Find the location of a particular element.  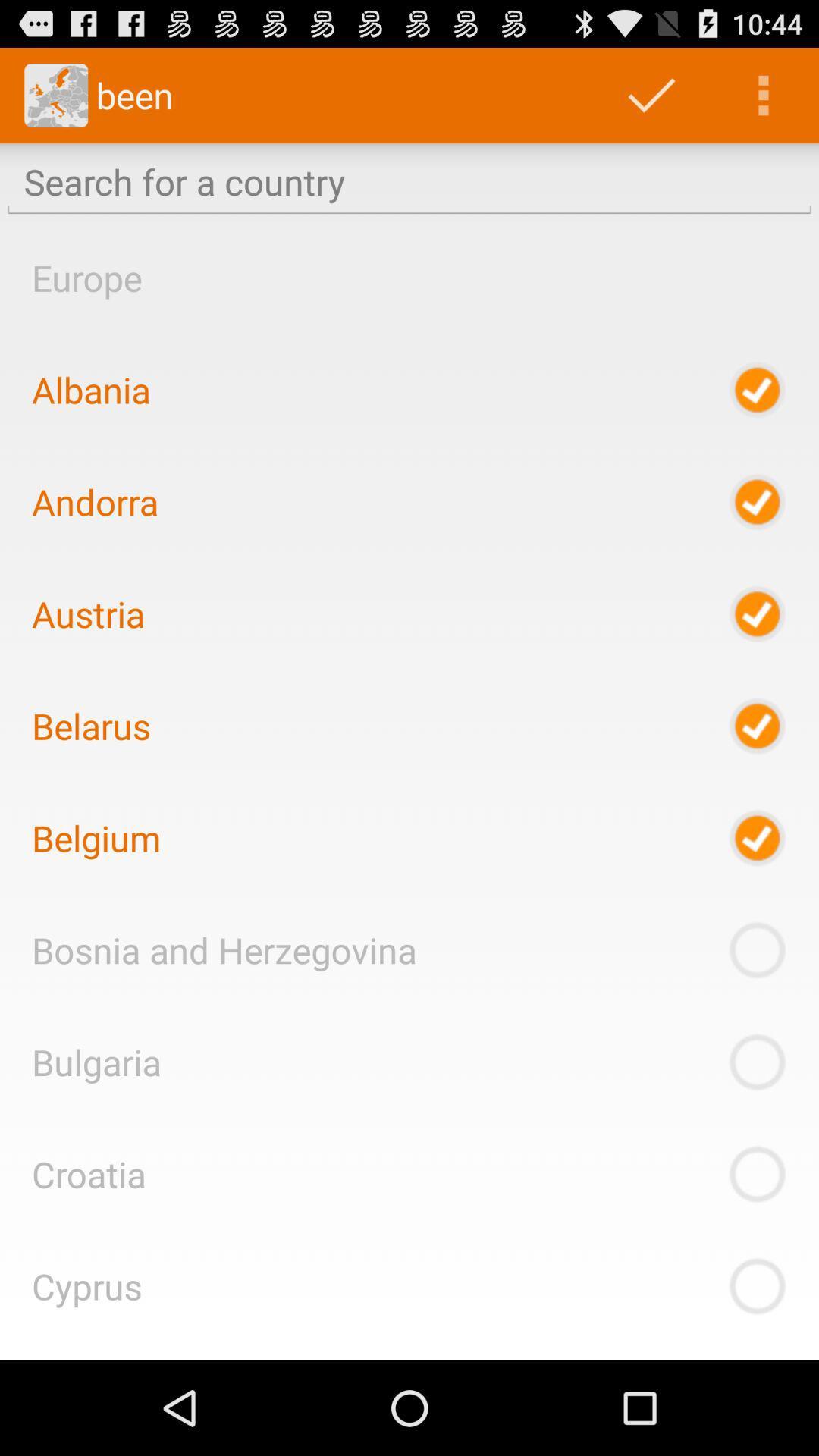

europe is located at coordinates (86, 278).